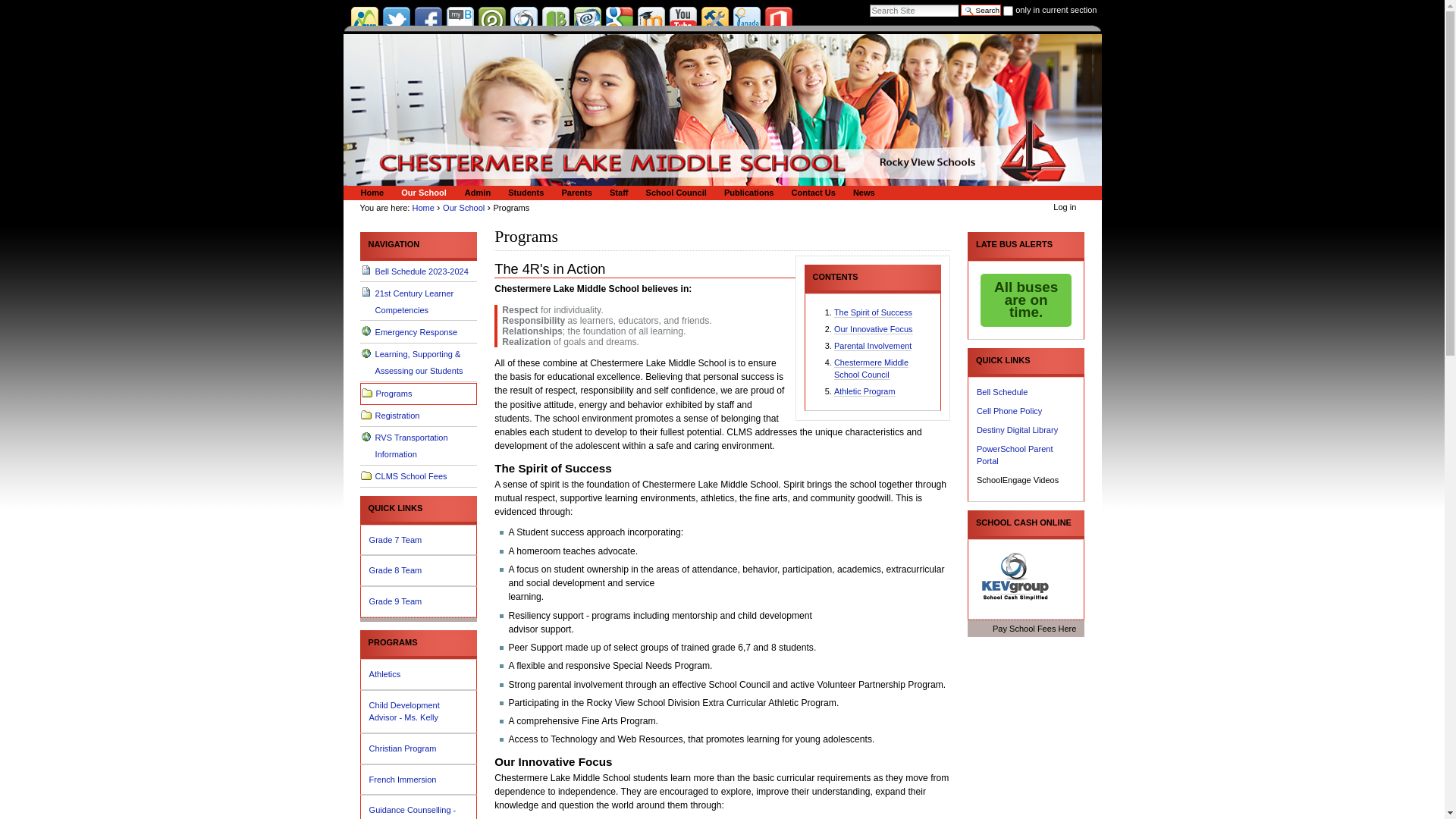  What do you see at coordinates (419, 711) in the screenshot?
I see `'Child Development Advisor - Ms. Kelly'` at bounding box center [419, 711].